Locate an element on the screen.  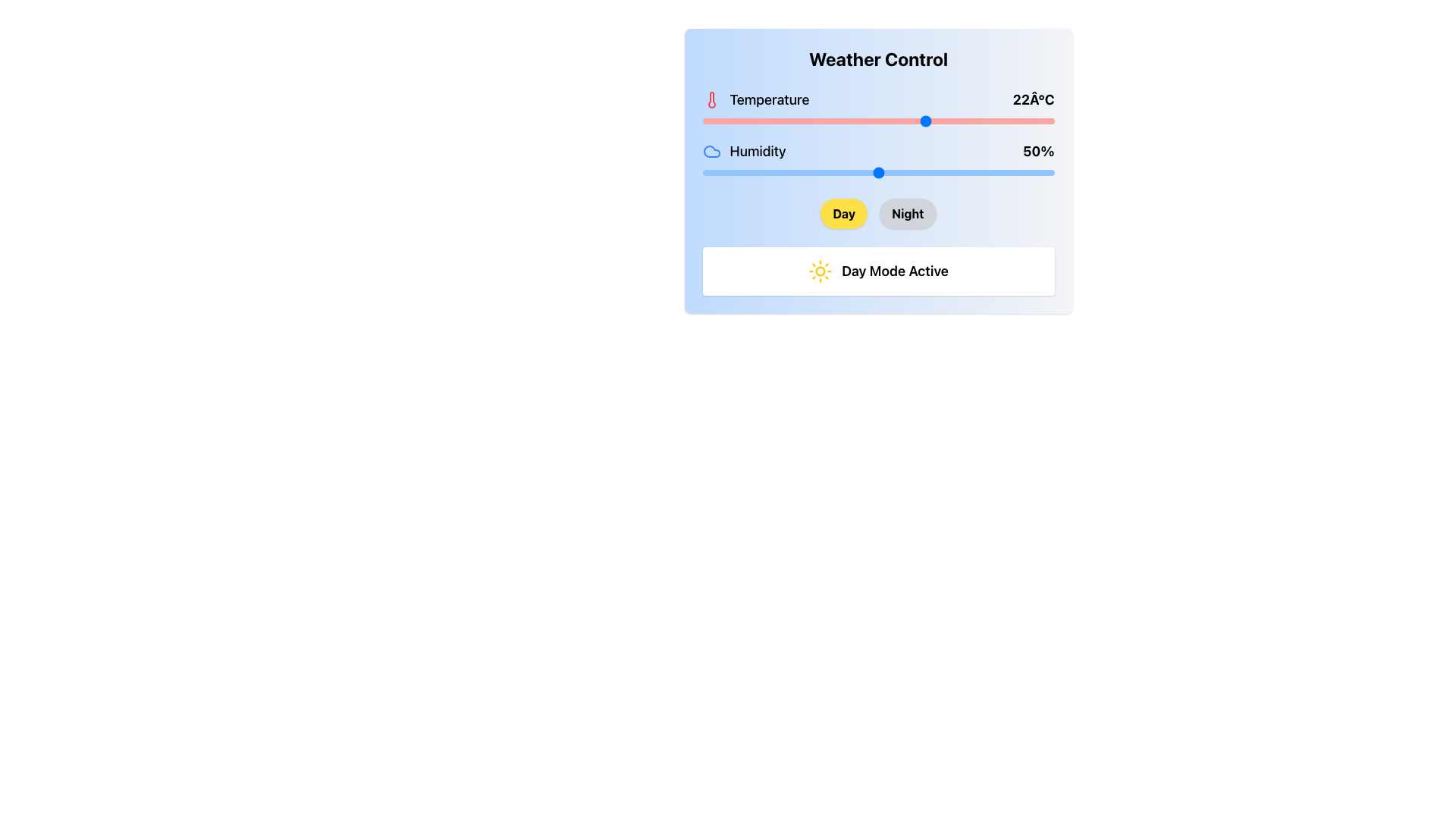
the humidity slider is located at coordinates (902, 171).